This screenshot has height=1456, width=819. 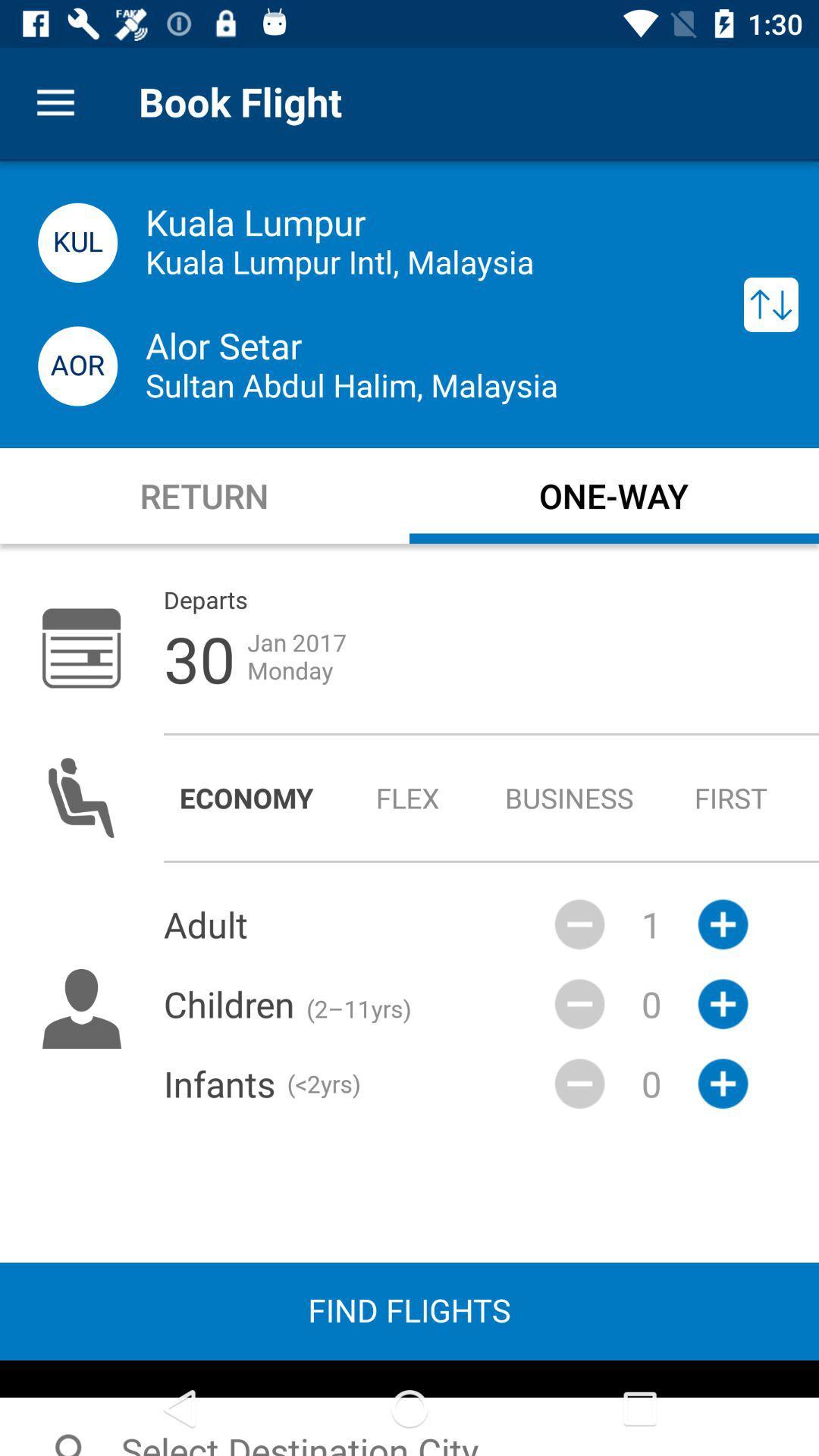 What do you see at coordinates (579, 1083) in the screenshot?
I see `the icon which is beside the infants` at bounding box center [579, 1083].